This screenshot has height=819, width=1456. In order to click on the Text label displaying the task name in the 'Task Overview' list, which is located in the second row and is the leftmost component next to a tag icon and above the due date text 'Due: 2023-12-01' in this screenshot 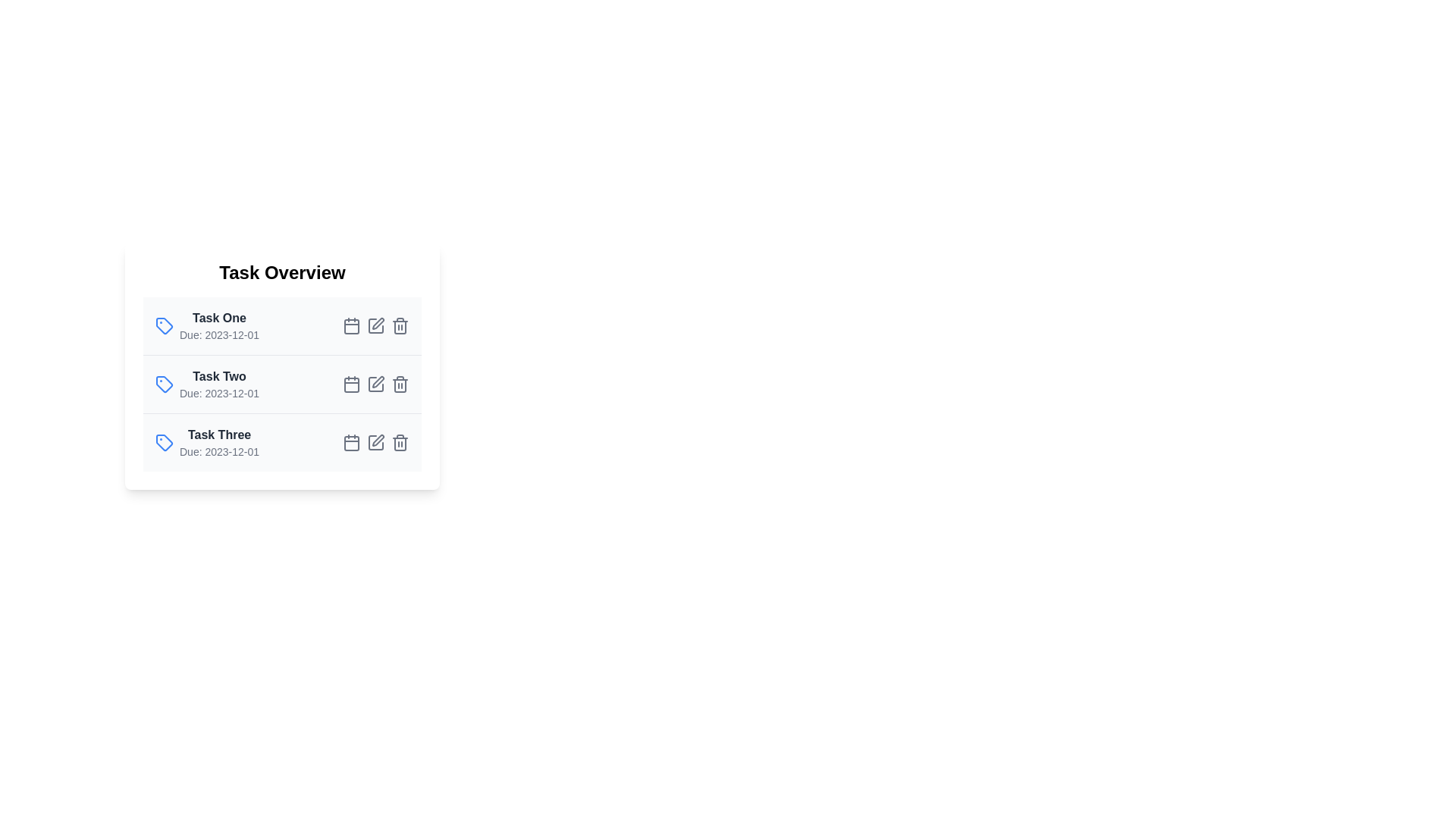, I will do `click(218, 376)`.